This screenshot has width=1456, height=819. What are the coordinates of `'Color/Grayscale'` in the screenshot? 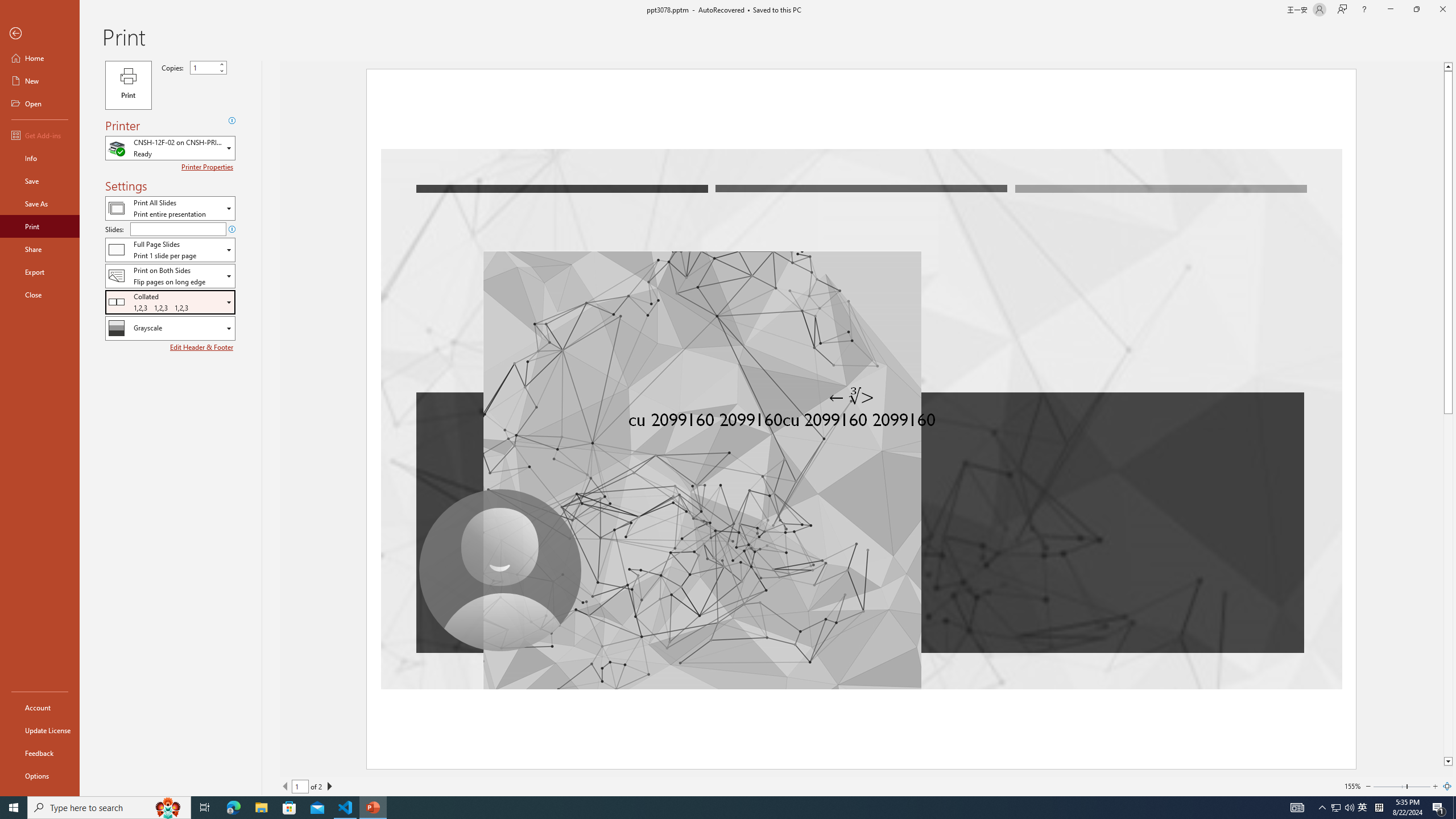 It's located at (169, 328).